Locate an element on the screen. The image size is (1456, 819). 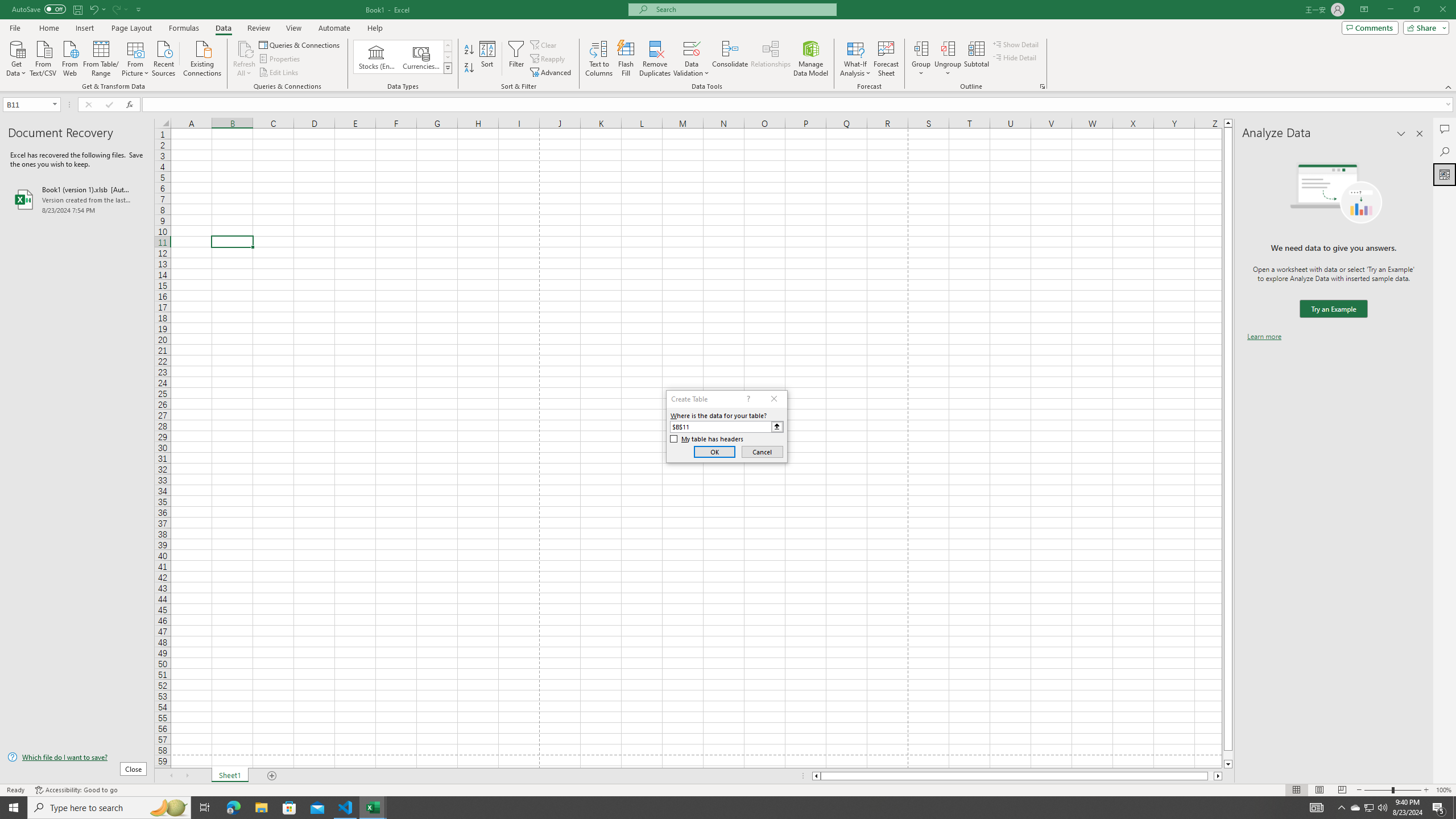
'Filter' is located at coordinates (515, 59).